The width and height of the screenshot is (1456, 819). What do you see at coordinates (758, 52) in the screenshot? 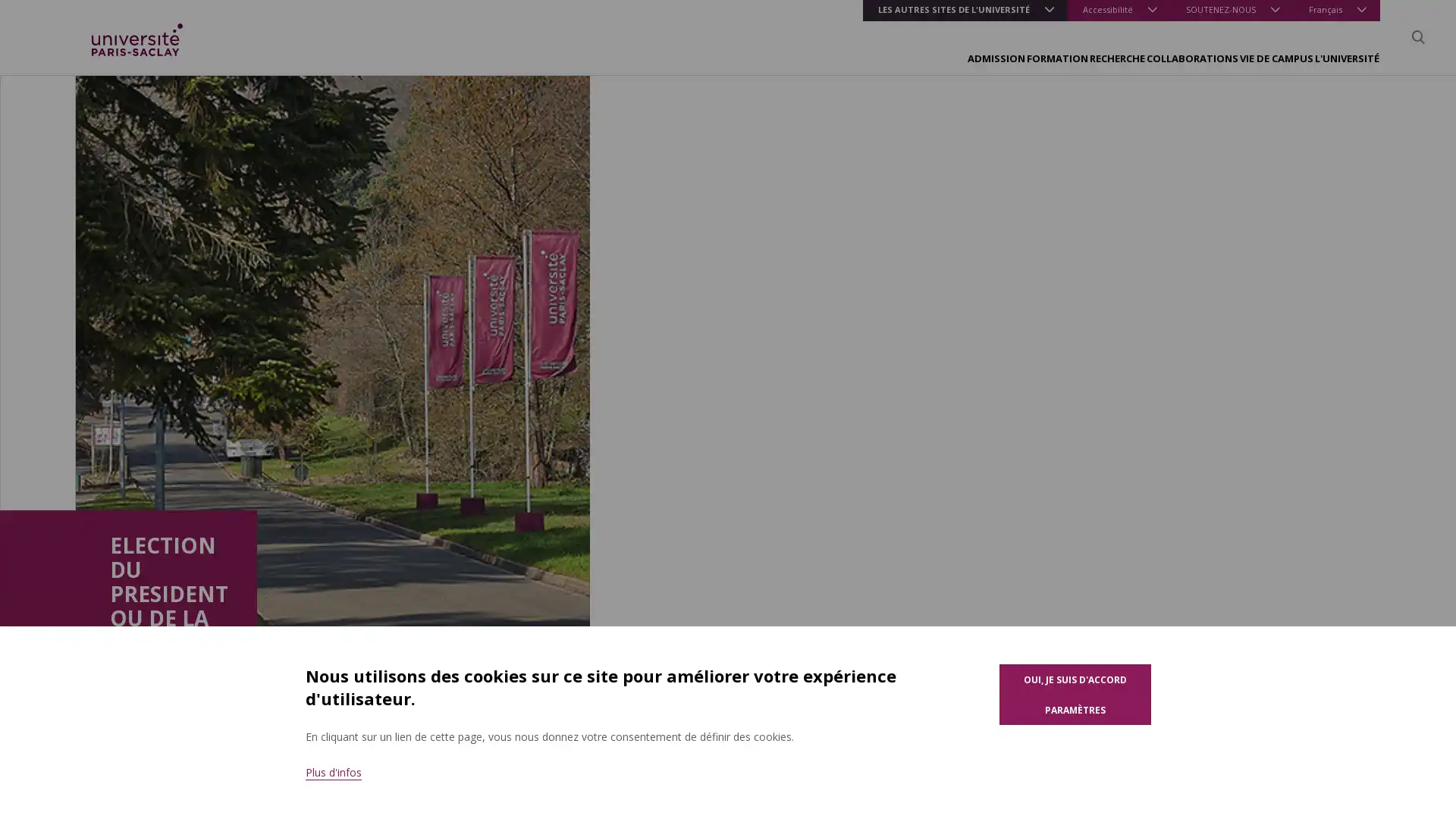
I see `ADMISSION` at bounding box center [758, 52].